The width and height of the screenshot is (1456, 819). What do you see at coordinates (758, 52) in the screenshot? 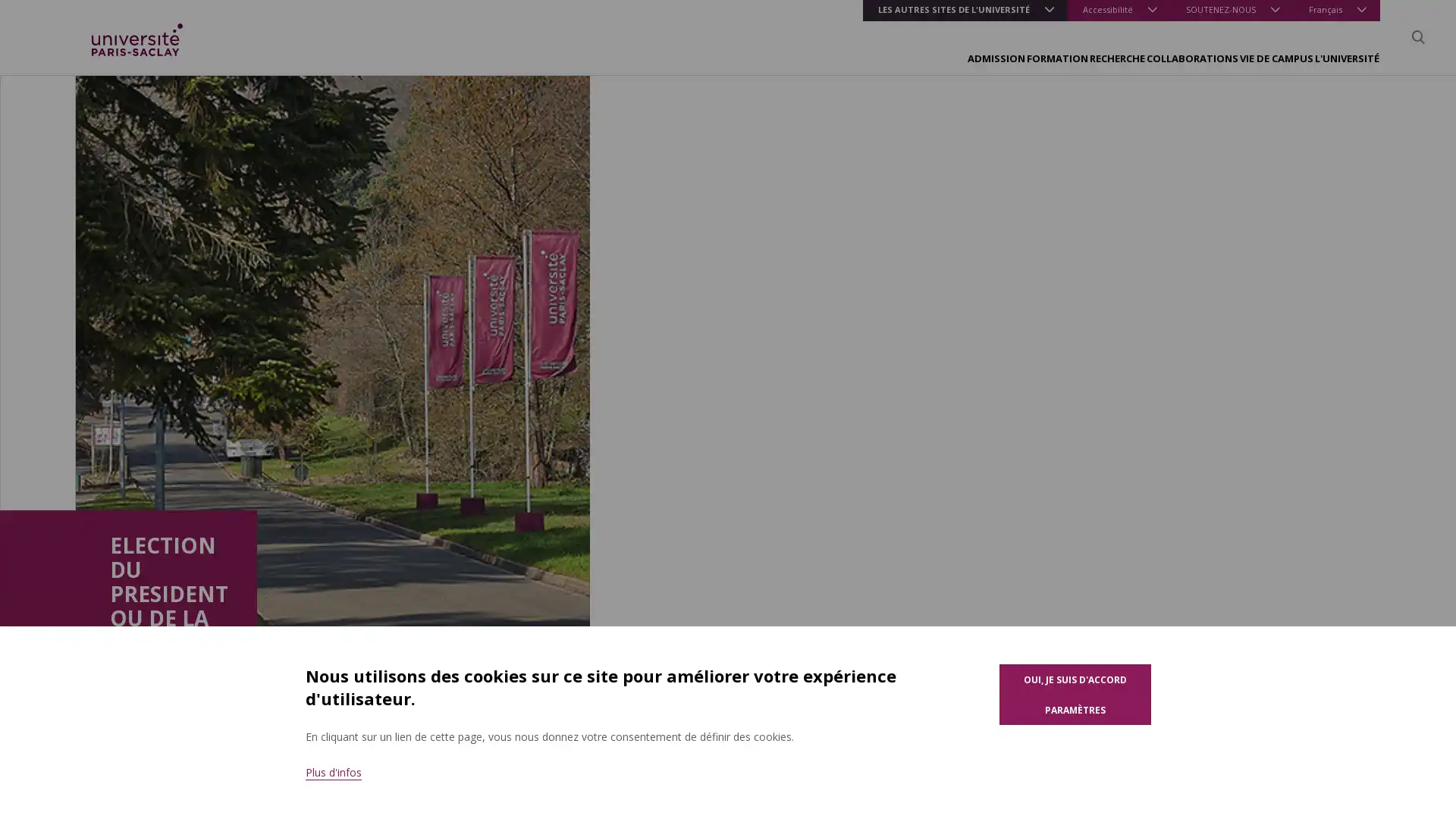
I see `ADMISSION` at bounding box center [758, 52].